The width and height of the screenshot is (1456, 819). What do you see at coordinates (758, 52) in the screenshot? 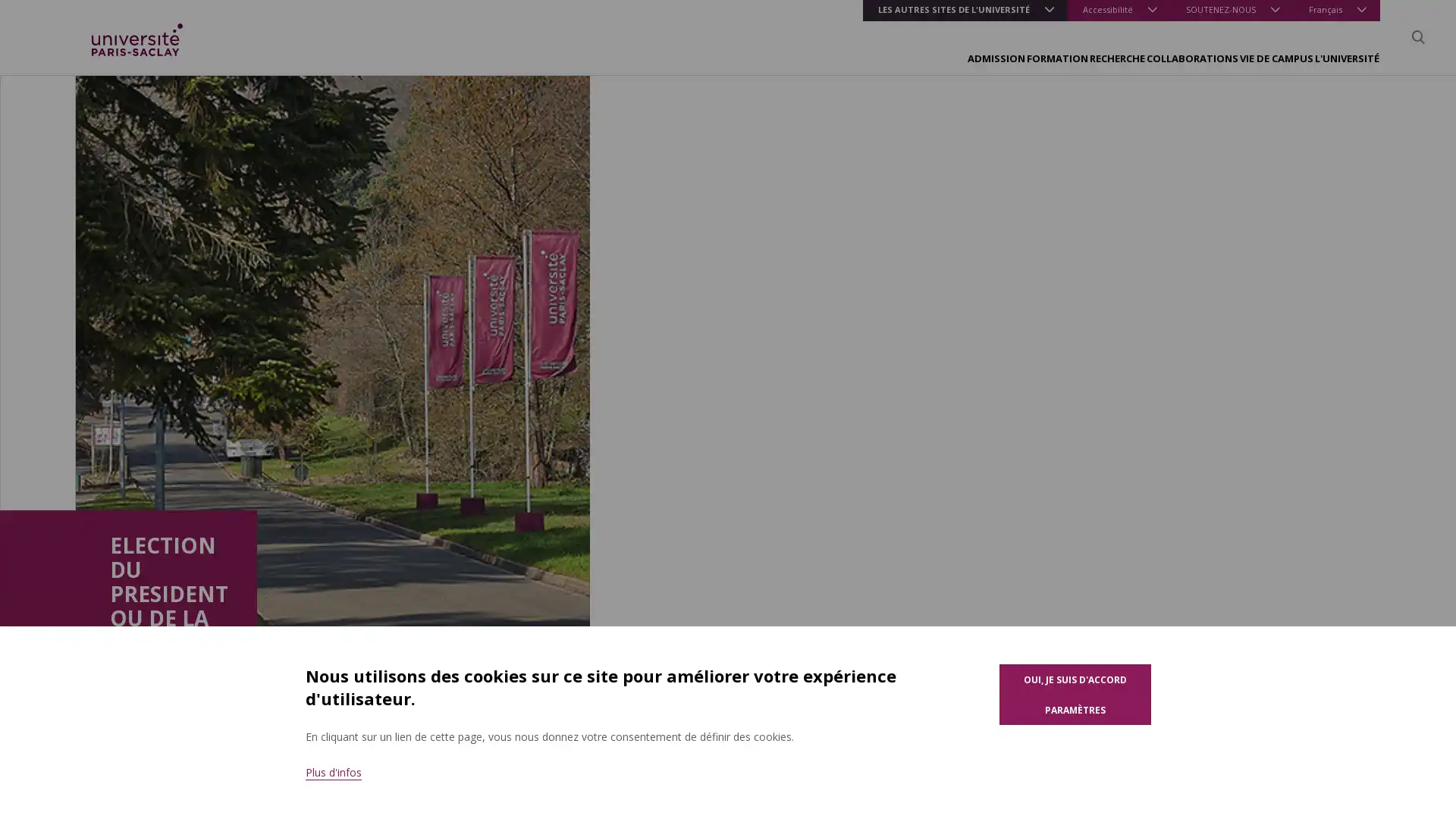
I see `ADMISSION` at bounding box center [758, 52].